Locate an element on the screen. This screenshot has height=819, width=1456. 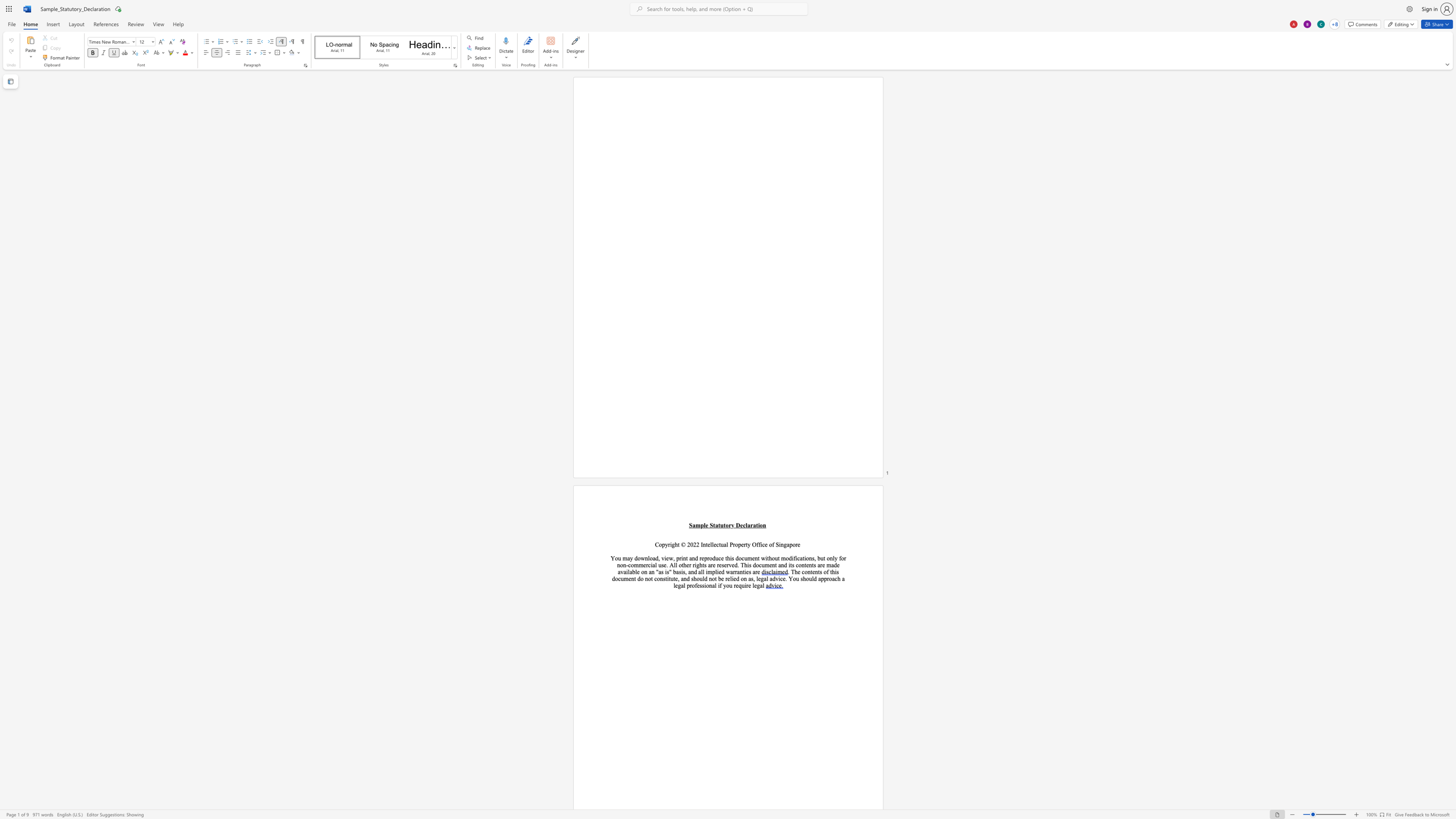
the space between the continuous character "t" and "y" in the text is located at coordinates (748, 544).